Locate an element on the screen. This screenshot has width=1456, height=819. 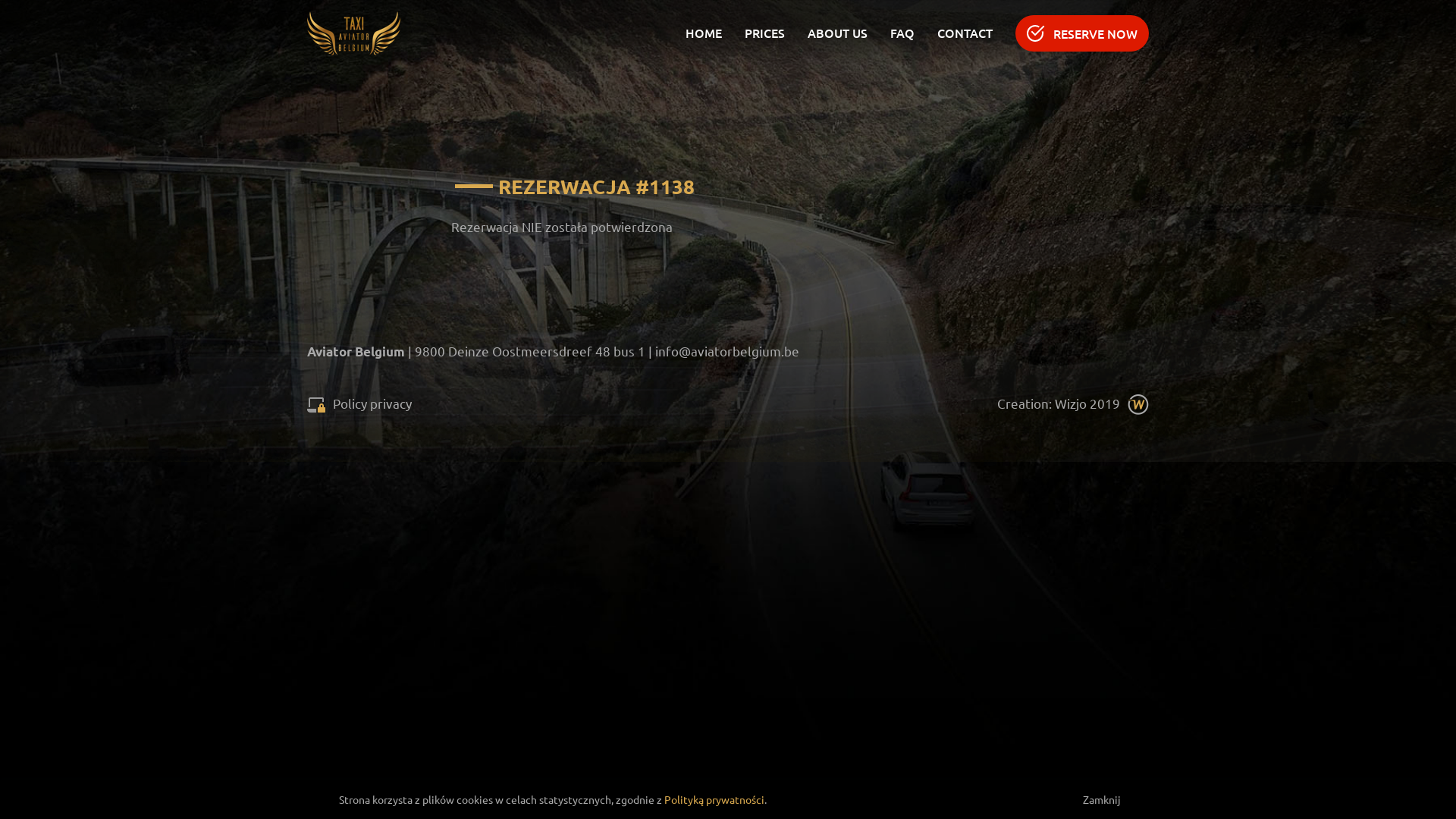
'FAQ' is located at coordinates (890, 32).